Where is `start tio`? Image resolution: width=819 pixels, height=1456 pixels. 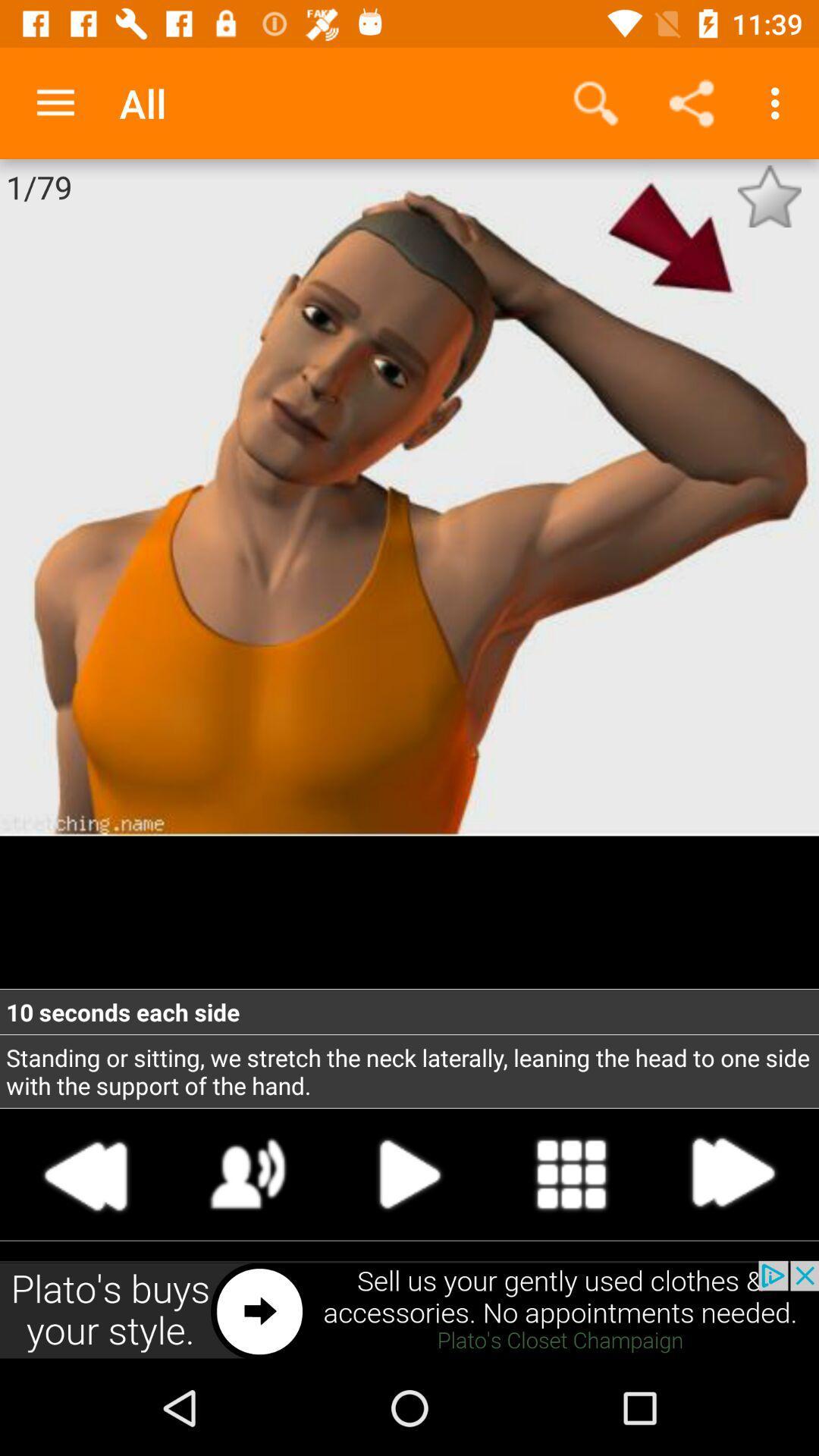
start tio is located at coordinates (409, 1173).